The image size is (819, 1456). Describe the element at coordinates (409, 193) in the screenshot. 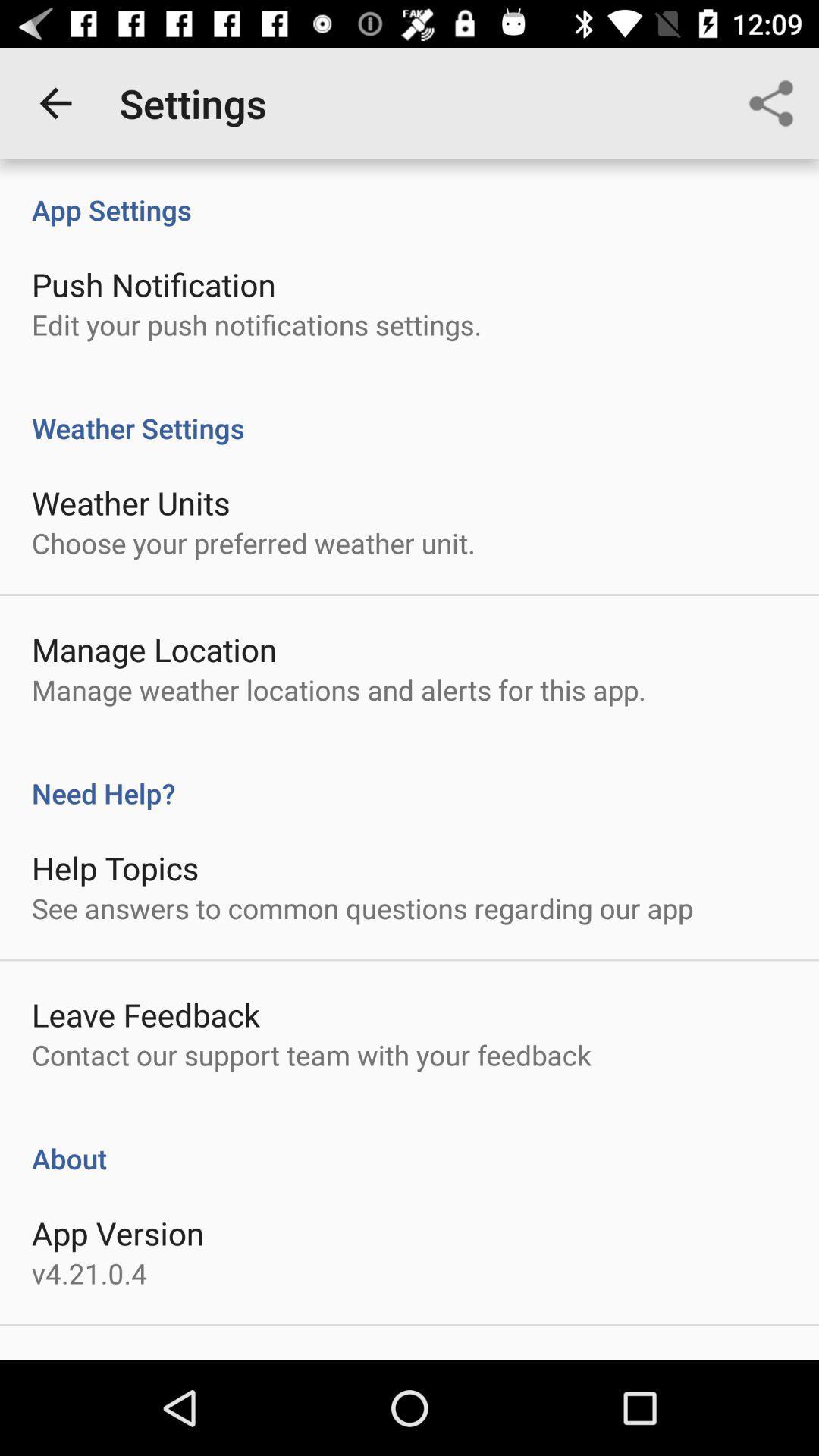

I see `app settings icon` at that location.